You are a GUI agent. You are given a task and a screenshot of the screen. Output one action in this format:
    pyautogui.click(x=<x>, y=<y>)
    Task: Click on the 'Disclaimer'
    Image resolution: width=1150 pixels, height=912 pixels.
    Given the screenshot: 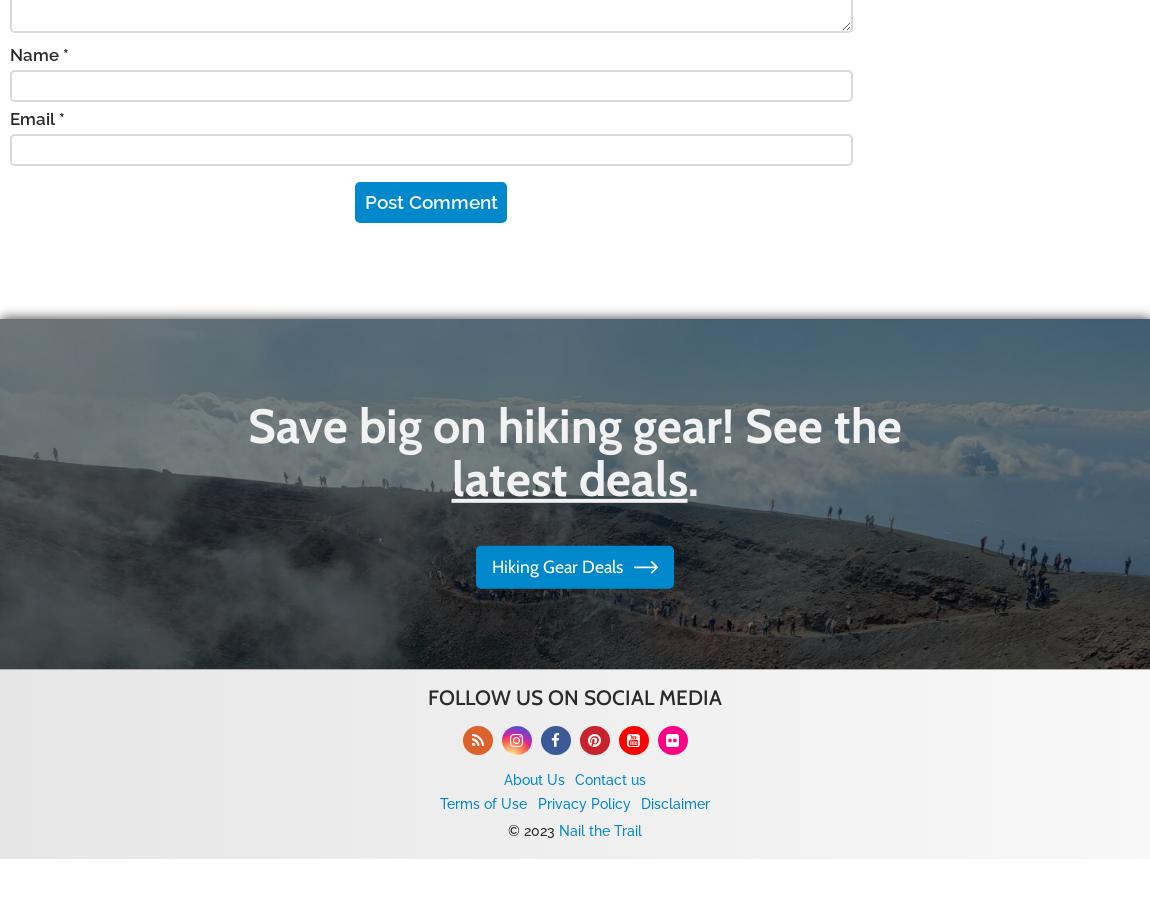 What is the action you would take?
    pyautogui.click(x=638, y=802)
    